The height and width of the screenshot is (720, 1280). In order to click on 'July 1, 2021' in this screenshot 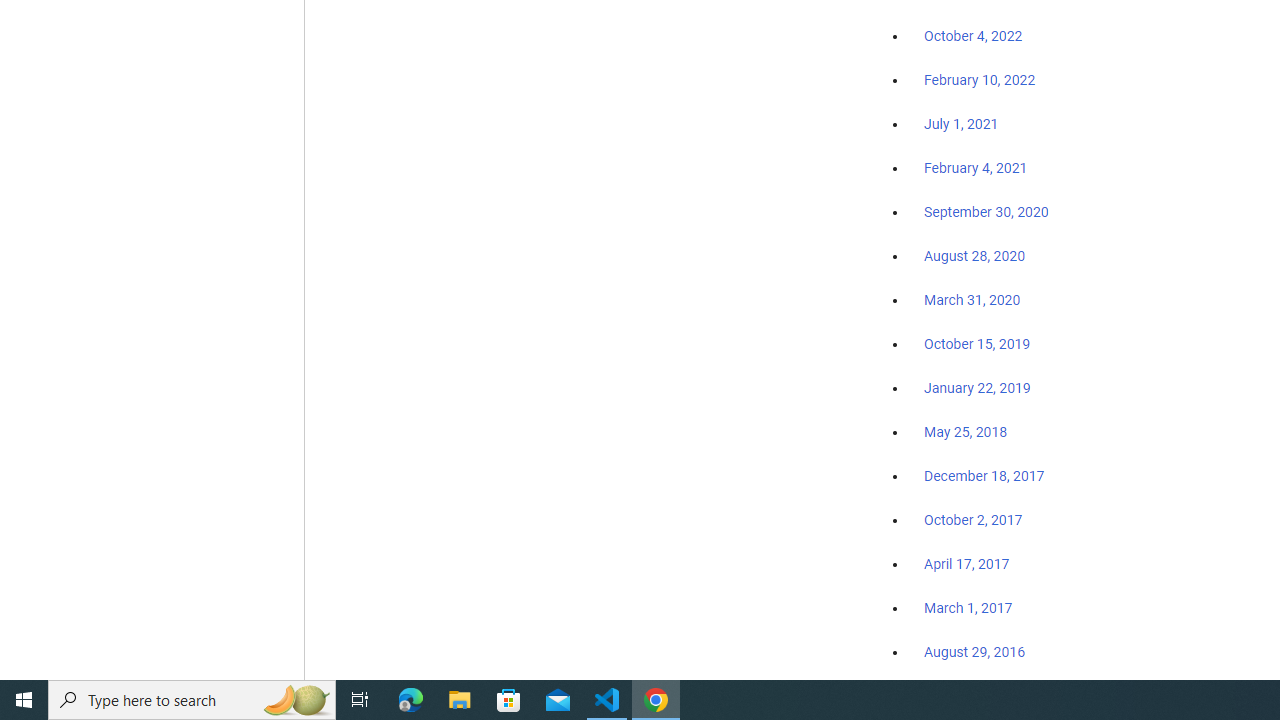, I will do `click(961, 124)`.